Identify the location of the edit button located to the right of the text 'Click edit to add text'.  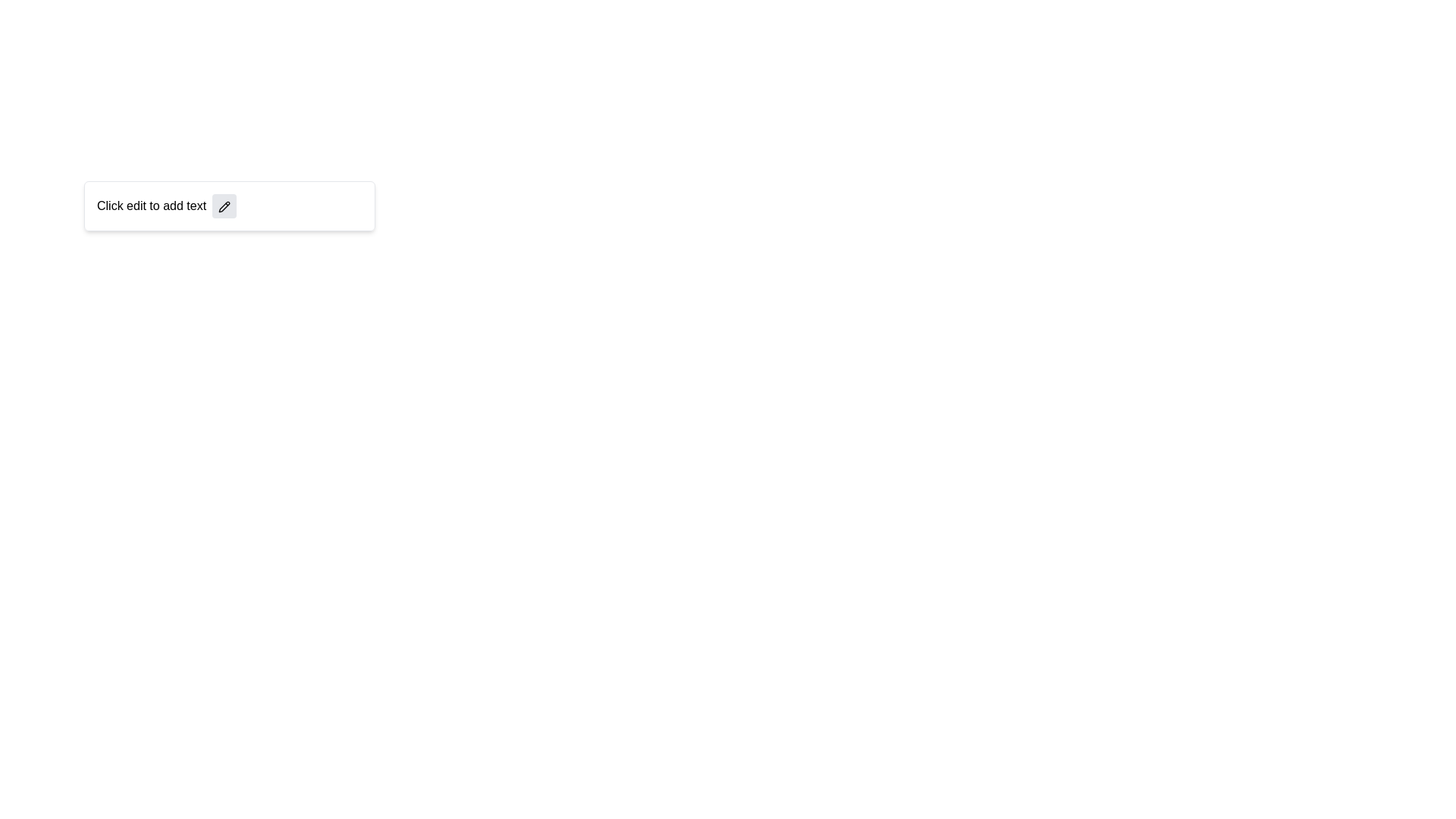
(224, 206).